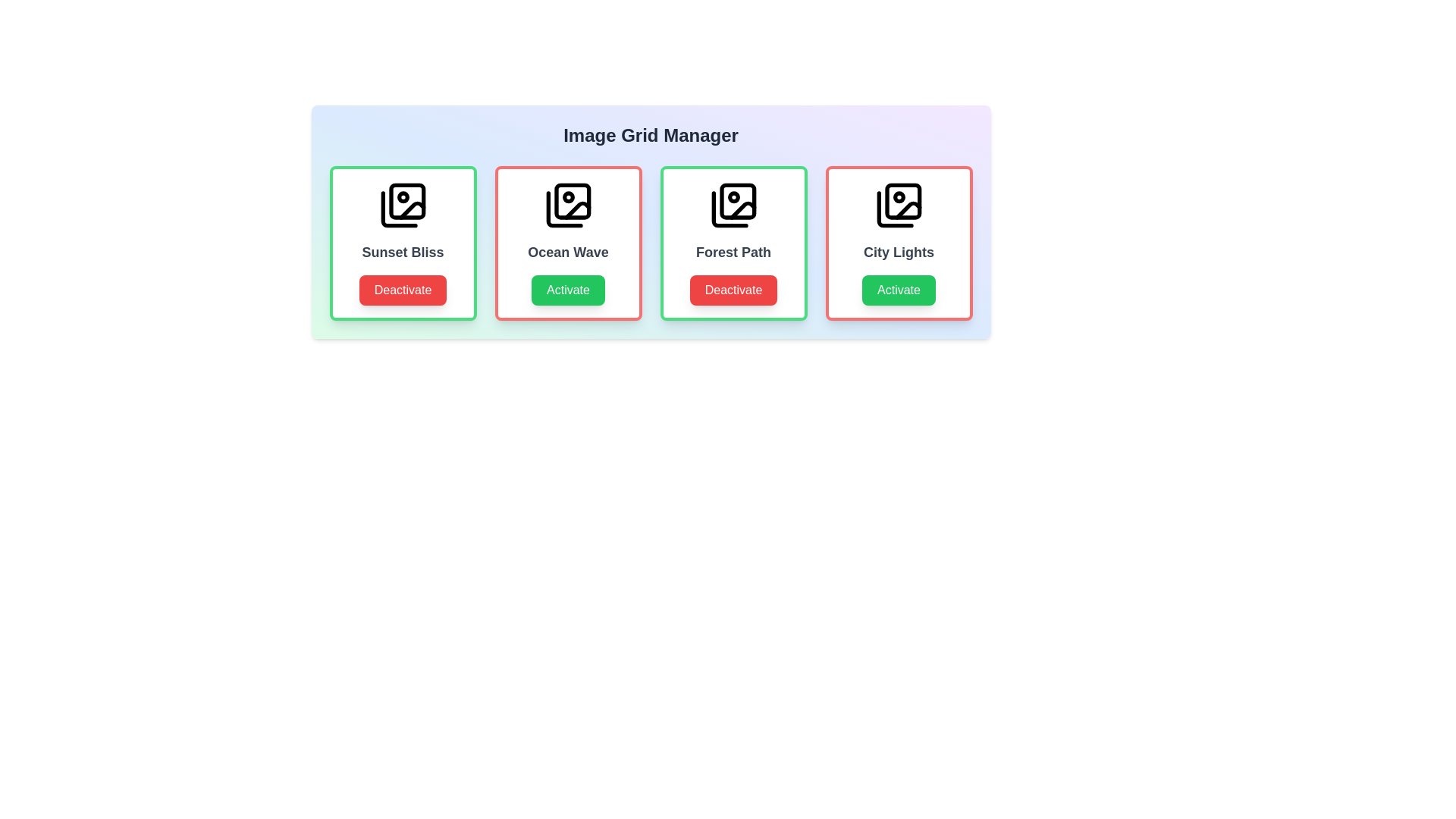 The height and width of the screenshot is (819, 1456). What do you see at coordinates (733, 242) in the screenshot?
I see `the item labeled 'Forest Path' to observe its hover effect` at bounding box center [733, 242].